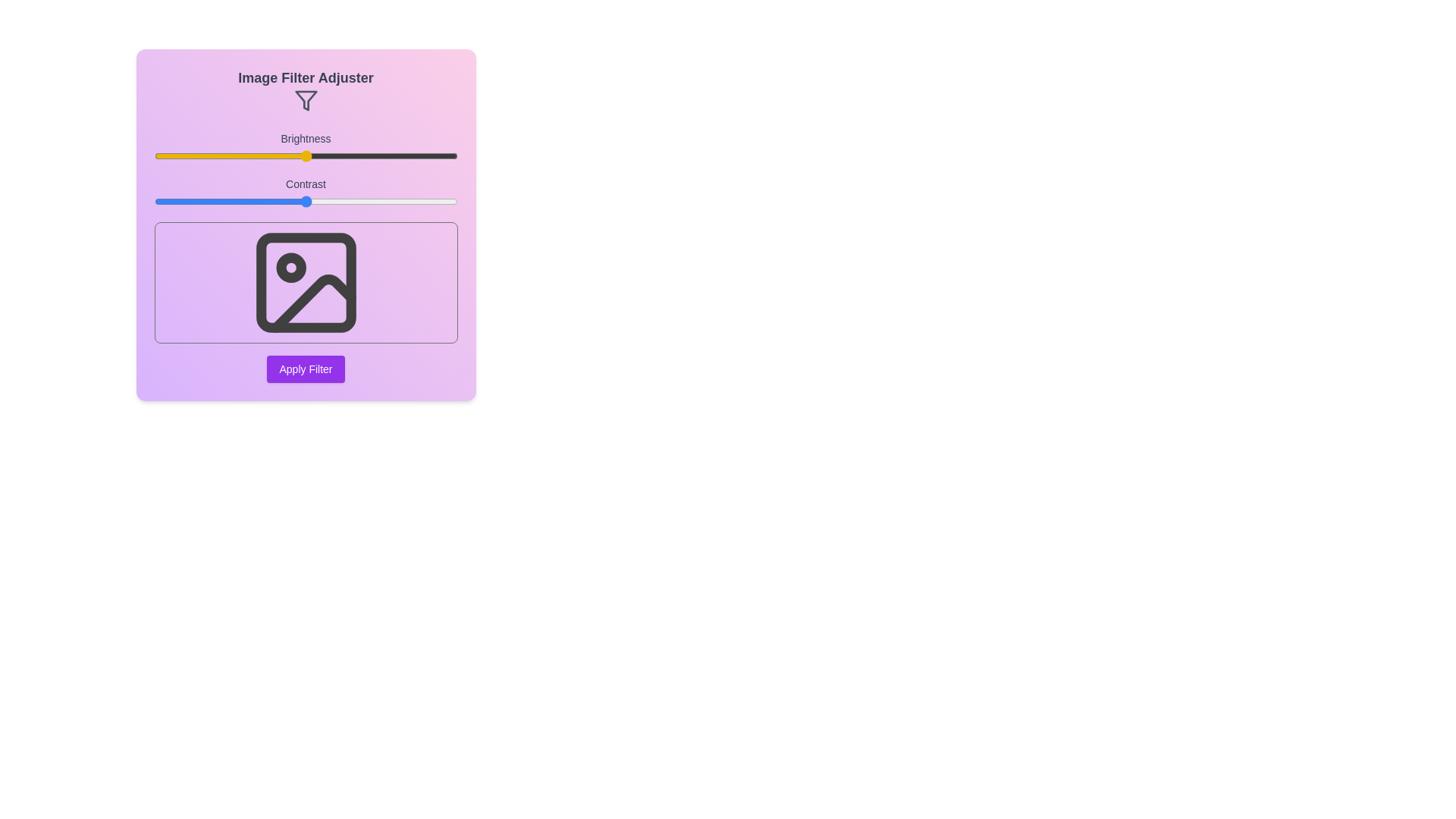 This screenshot has height=819, width=1456. What do you see at coordinates (426, 155) in the screenshot?
I see `the brightness slider to 90% and observe the preview image` at bounding box center [426, 155].